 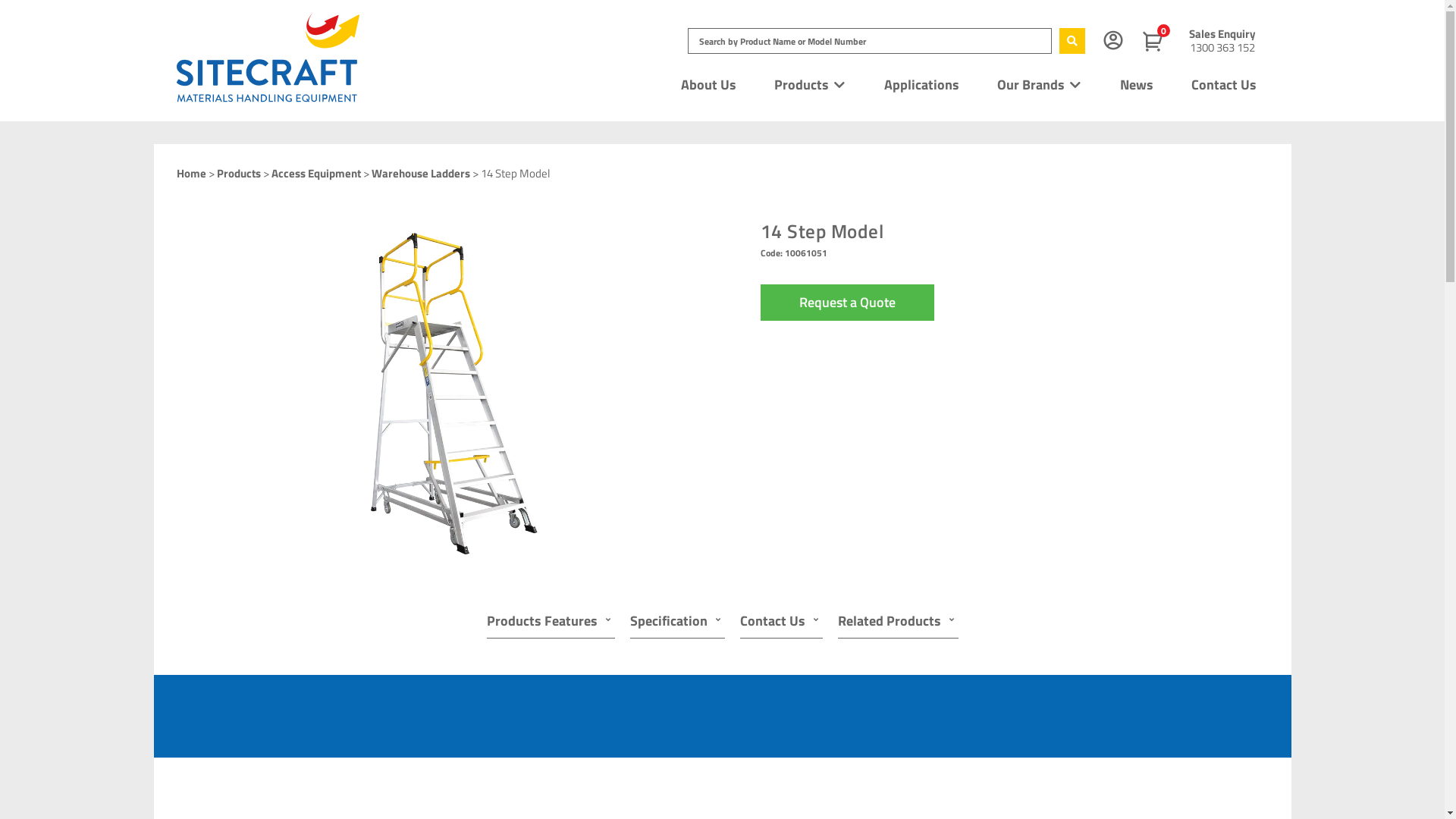 I want to click on 'Our Brands', so click(x=997, y=84).